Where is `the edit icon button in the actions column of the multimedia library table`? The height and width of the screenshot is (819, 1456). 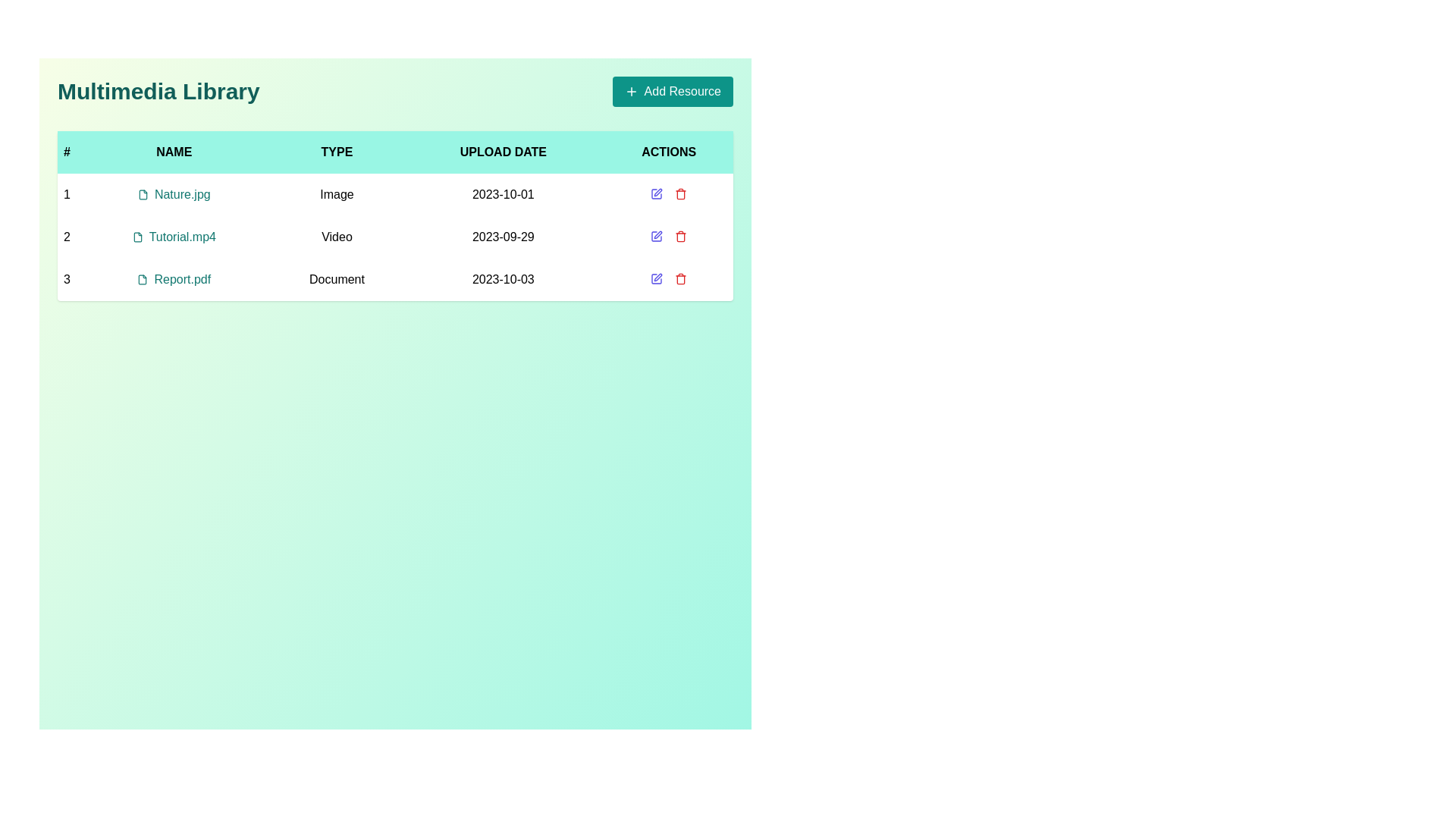
the edit icon button in the actions column of the multimedia library table is located at coordinates (657, 278).